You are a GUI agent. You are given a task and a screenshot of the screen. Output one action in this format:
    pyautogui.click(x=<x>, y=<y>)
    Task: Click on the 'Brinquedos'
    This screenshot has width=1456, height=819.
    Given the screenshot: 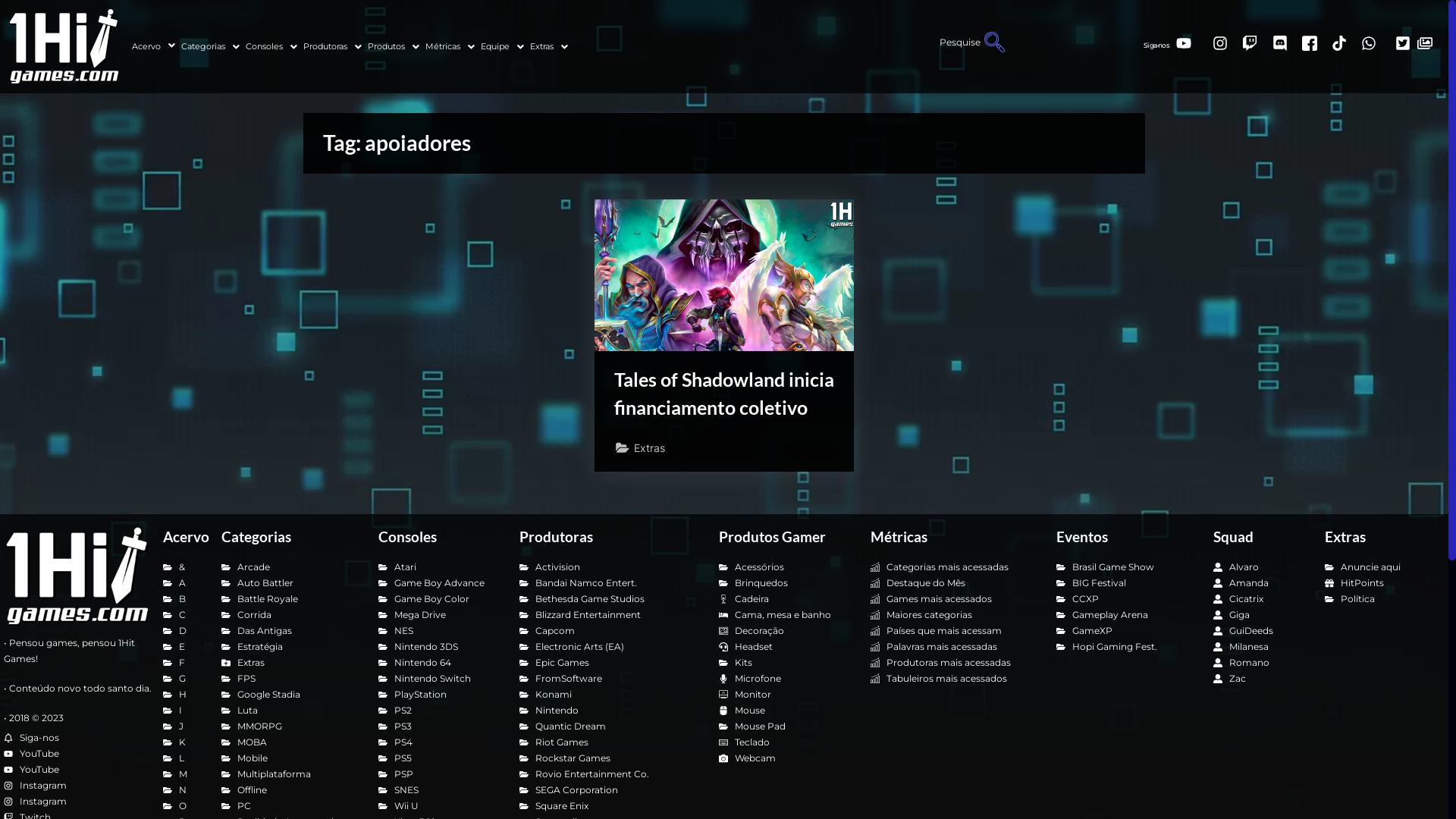 What is the action you would take?
    pyautogui.click(x=787, y=582)
    